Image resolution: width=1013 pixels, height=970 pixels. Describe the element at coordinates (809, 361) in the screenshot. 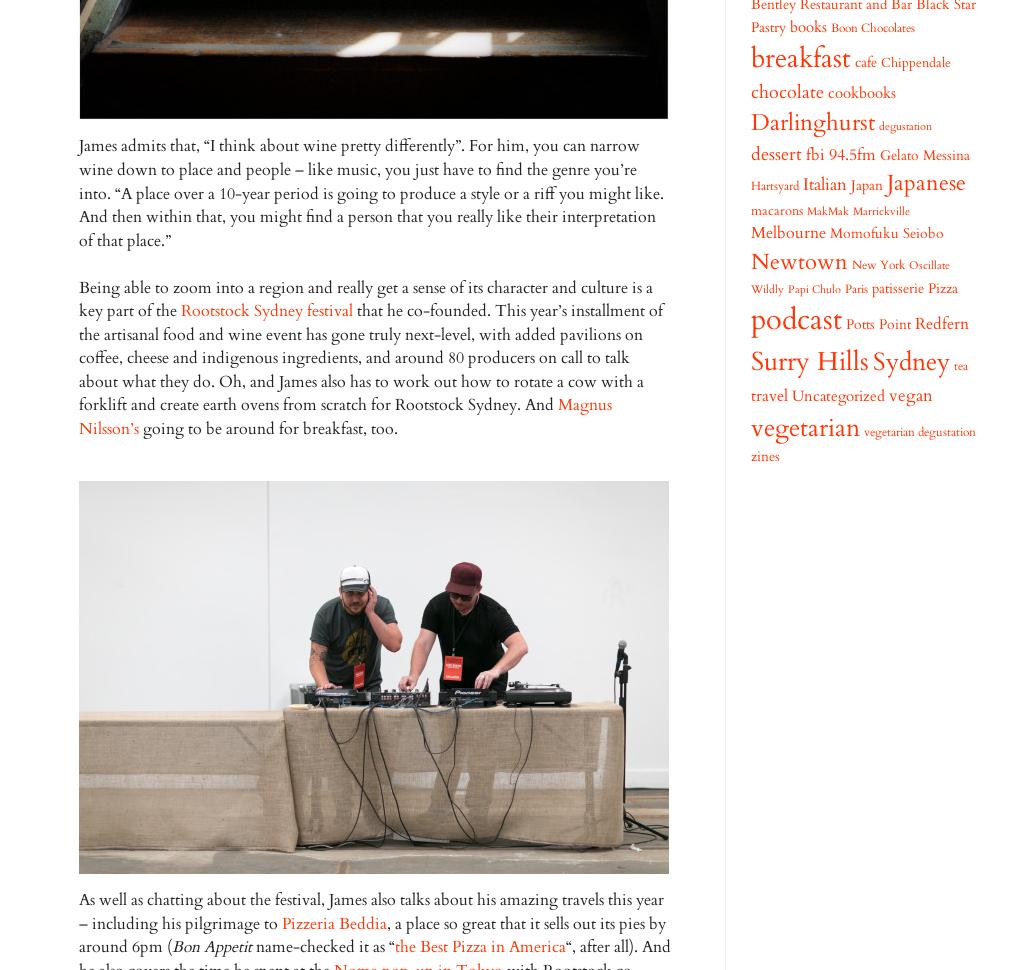

I see `'Surry Hills'` at that location.